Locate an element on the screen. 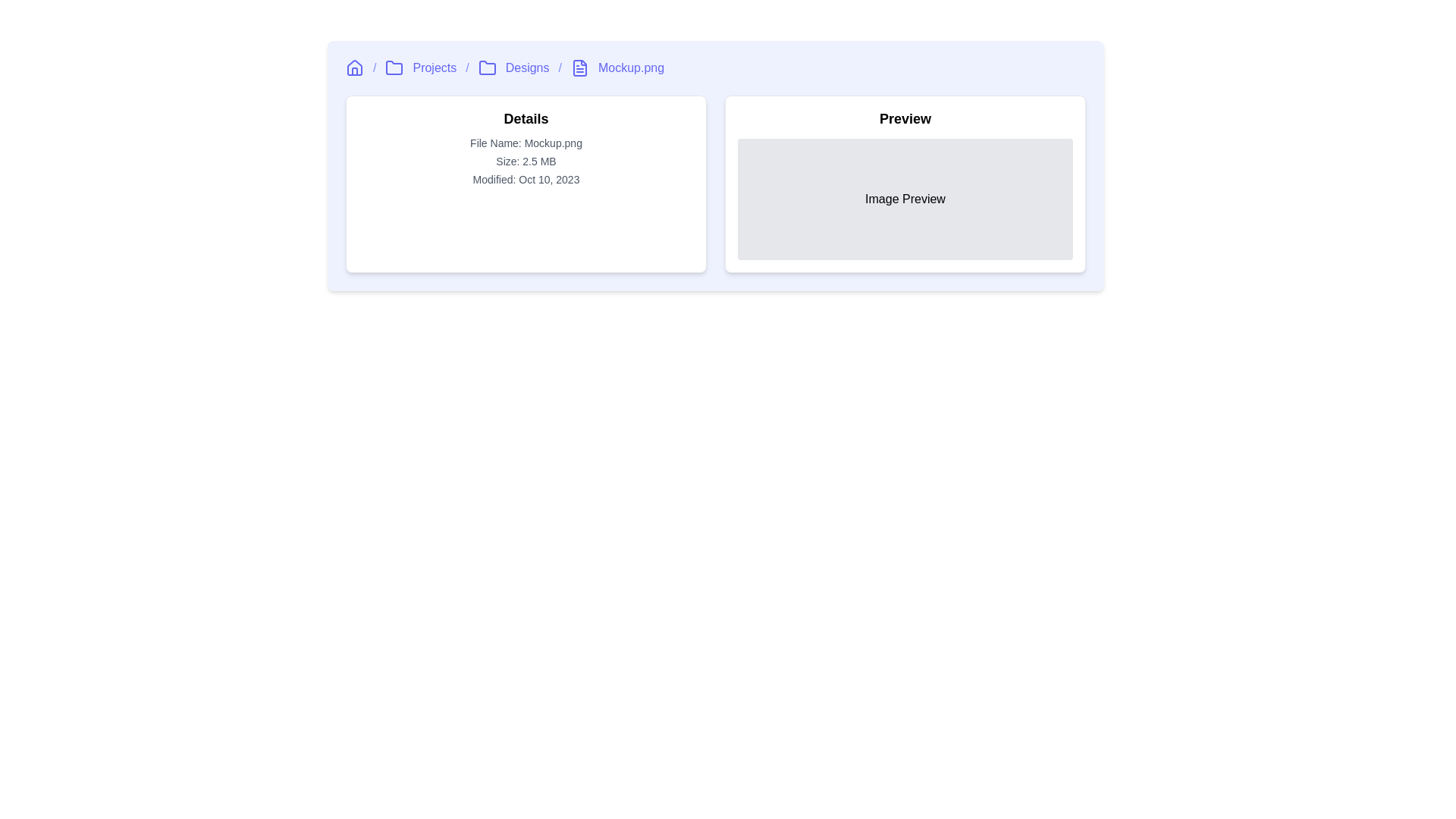  the folder icon in the breadcrumb navigation, which is the second icon following the home icon and before the 'Projects' label is located at coordinates (394, 67).